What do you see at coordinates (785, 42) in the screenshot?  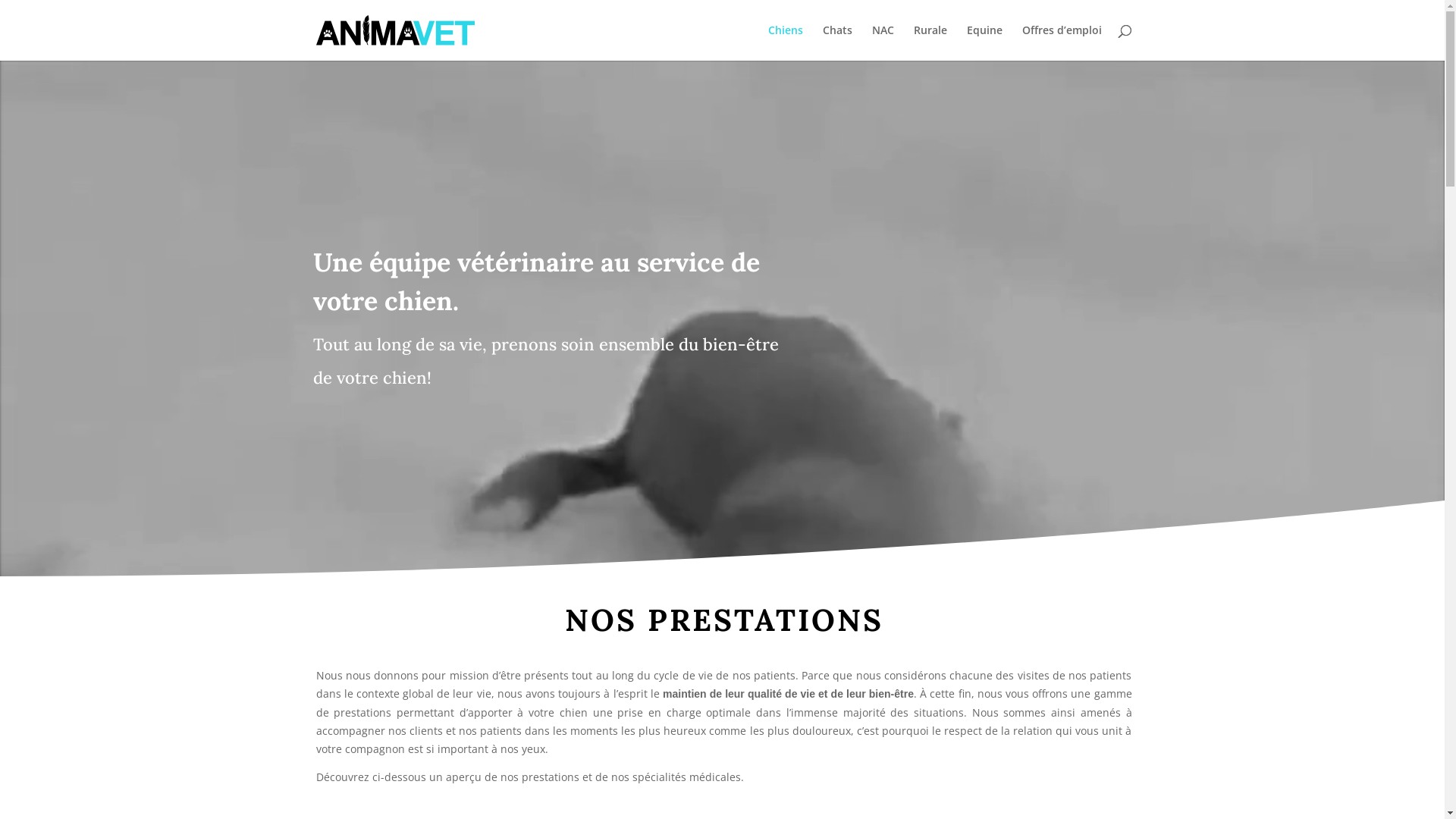 I see `'Chiens'` at bounding box center [785, 42].